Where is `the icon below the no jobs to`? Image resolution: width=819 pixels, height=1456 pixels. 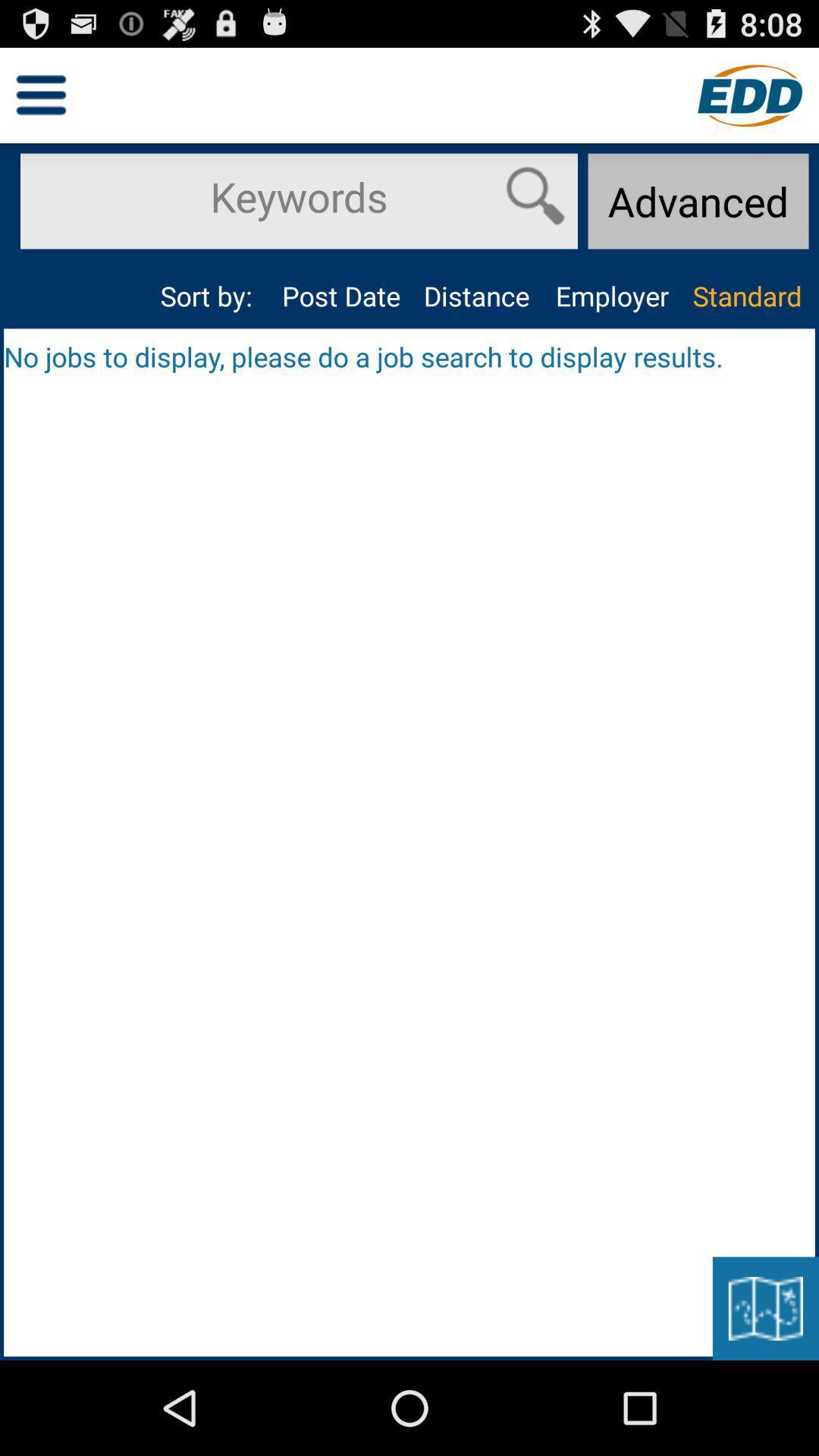 the icon below the no jobs to is located at coordinates (765, 1307).